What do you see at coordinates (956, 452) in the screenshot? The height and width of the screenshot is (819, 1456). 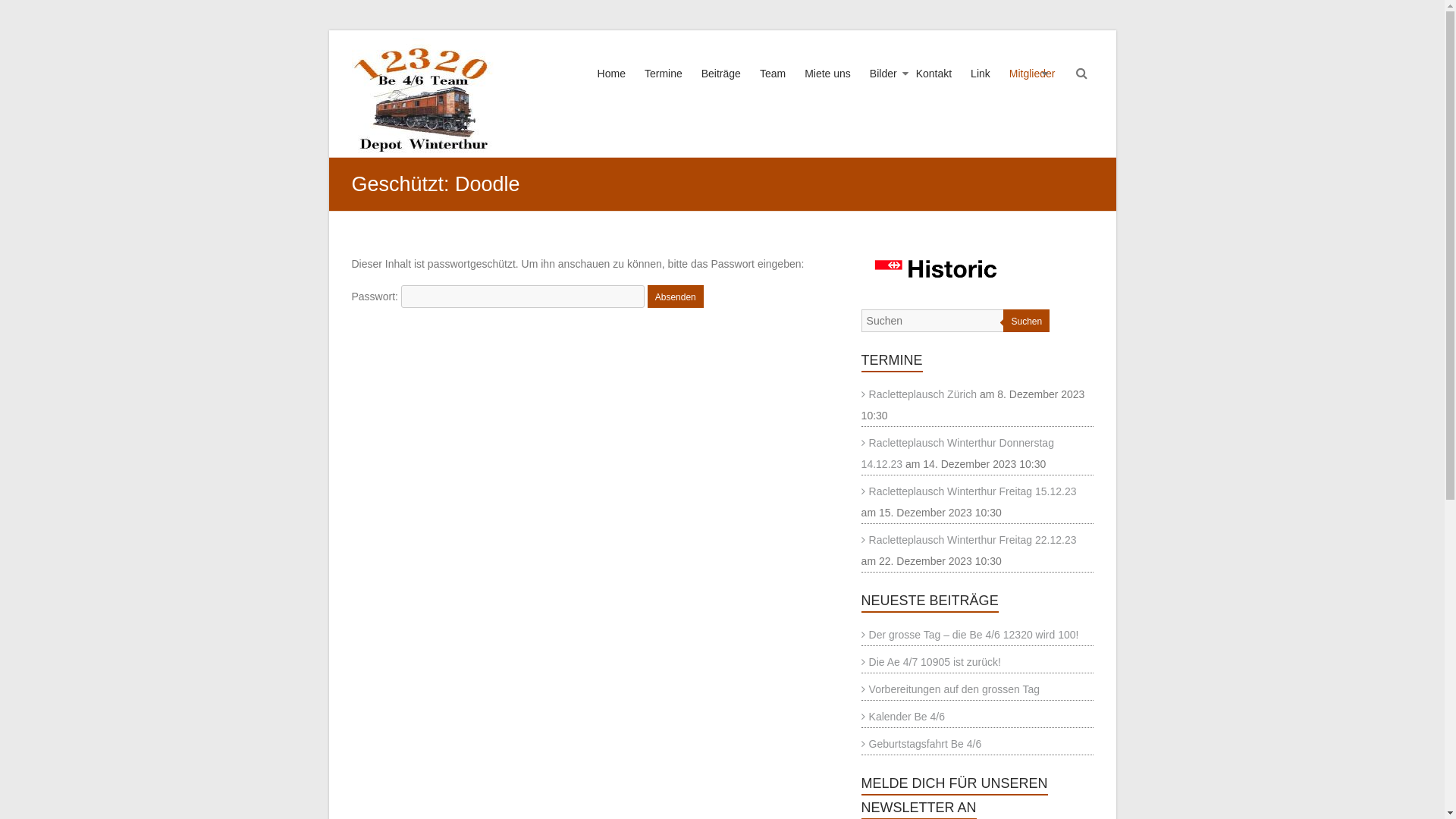 I see `'Racletteplausch Winterthur Donnerstag 14.12.23'` at bounding box center [956, 452].